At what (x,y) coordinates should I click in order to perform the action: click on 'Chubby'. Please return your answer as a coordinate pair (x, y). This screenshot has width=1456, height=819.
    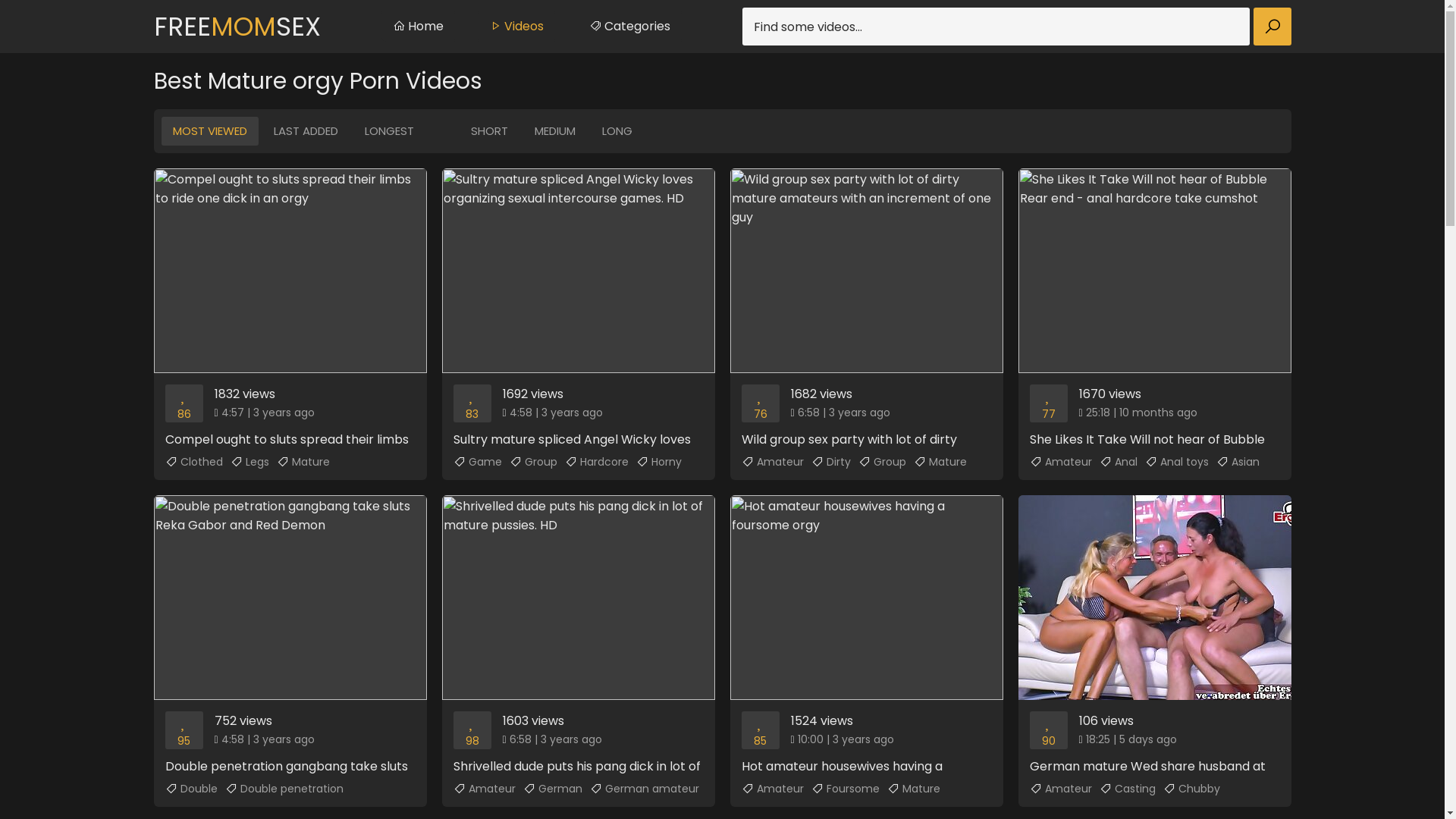
    Looking at the image, I should click on (1163, 788).